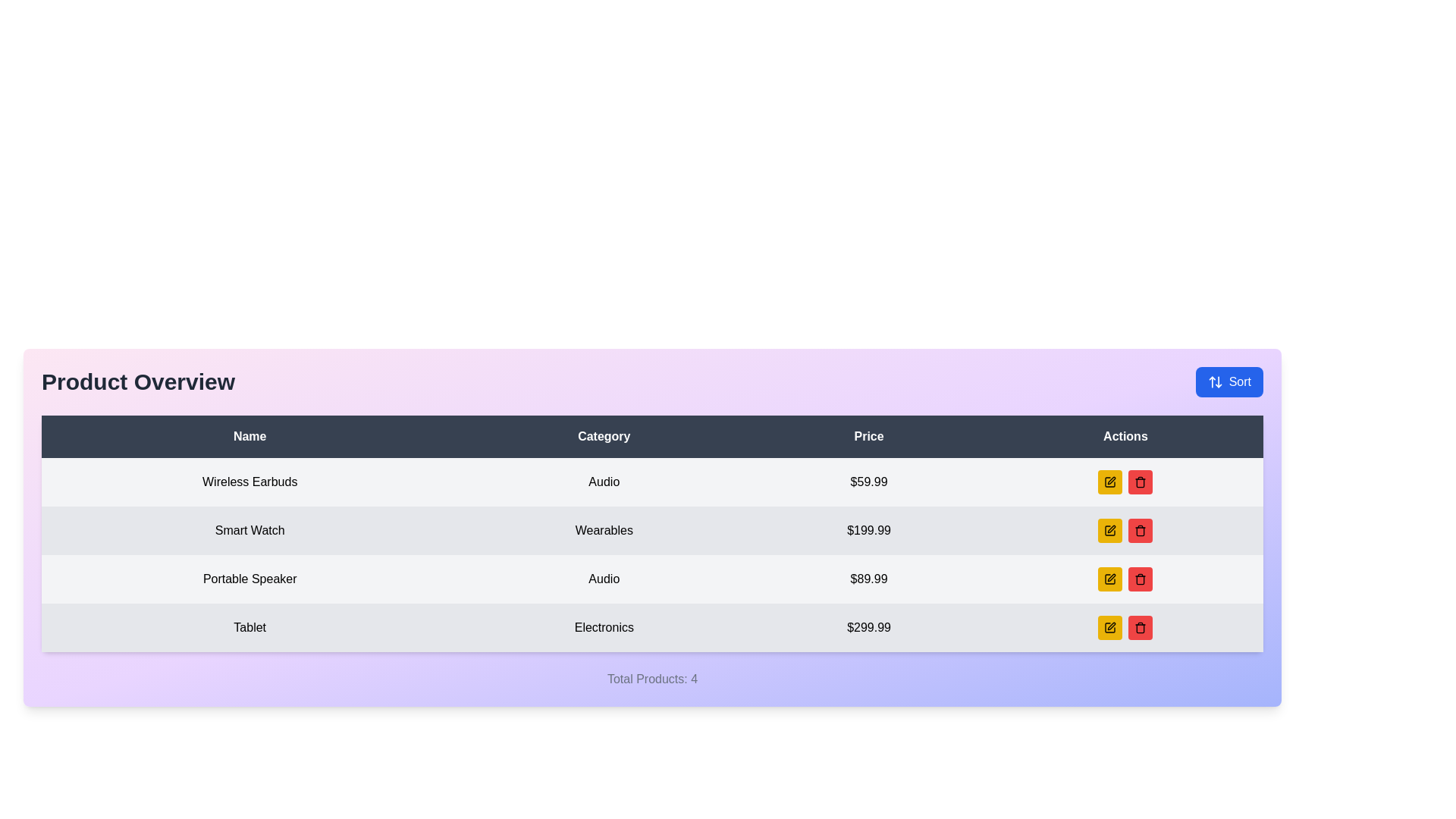 This screenshot has height=819, width=1456. What do you see at coordinates (1110, 628) in the screenshot?
I see `the yellow rectangular button with a pen icon in the Actions column` at bounding box center [1110, 628].